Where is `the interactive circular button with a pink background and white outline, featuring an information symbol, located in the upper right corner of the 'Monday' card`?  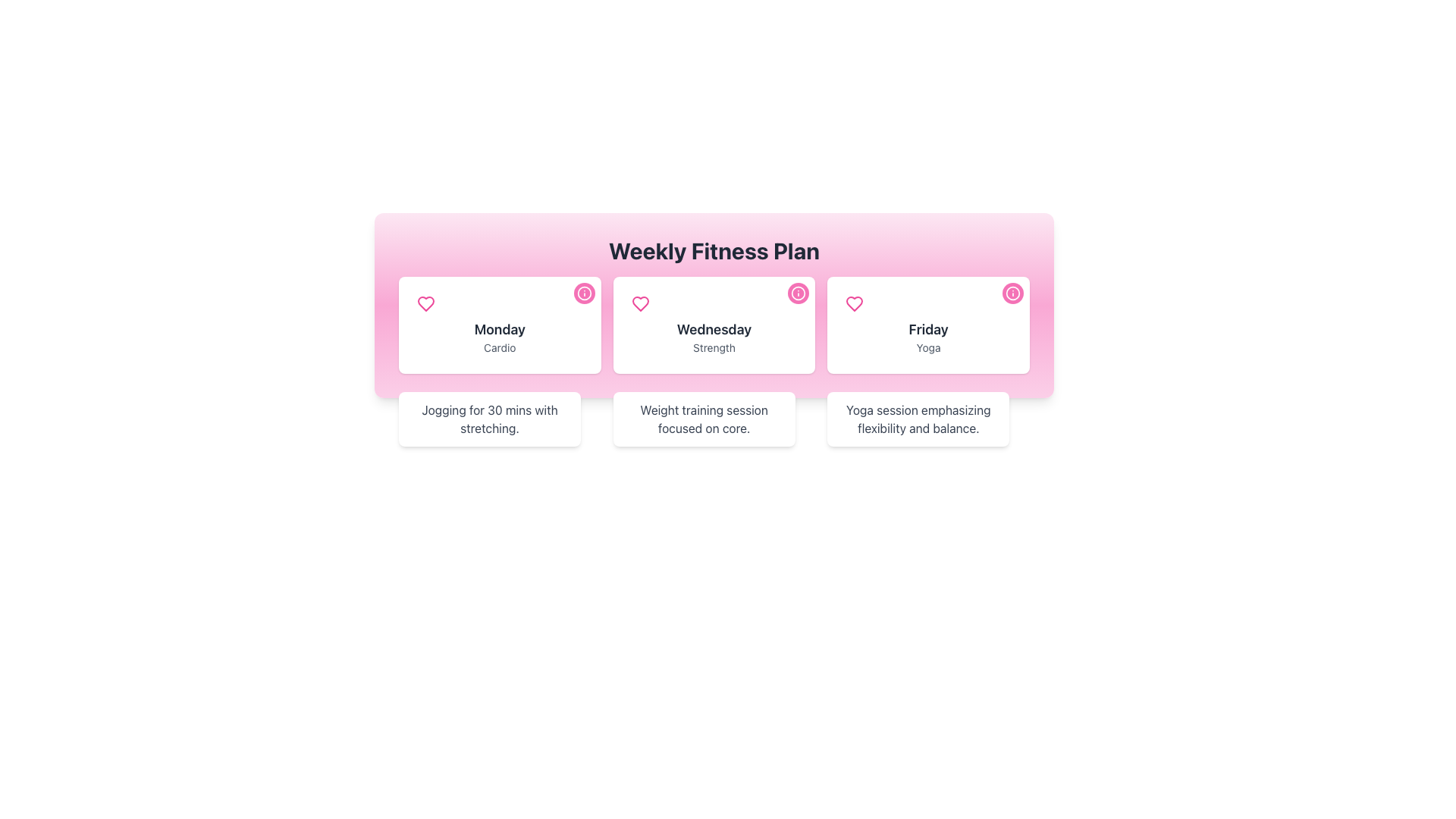 the interactive circular button with a pink background and white outline, featuring an information symbol, located in the upper right corner of the 'Monday' card is located at coordinates (583, 293).